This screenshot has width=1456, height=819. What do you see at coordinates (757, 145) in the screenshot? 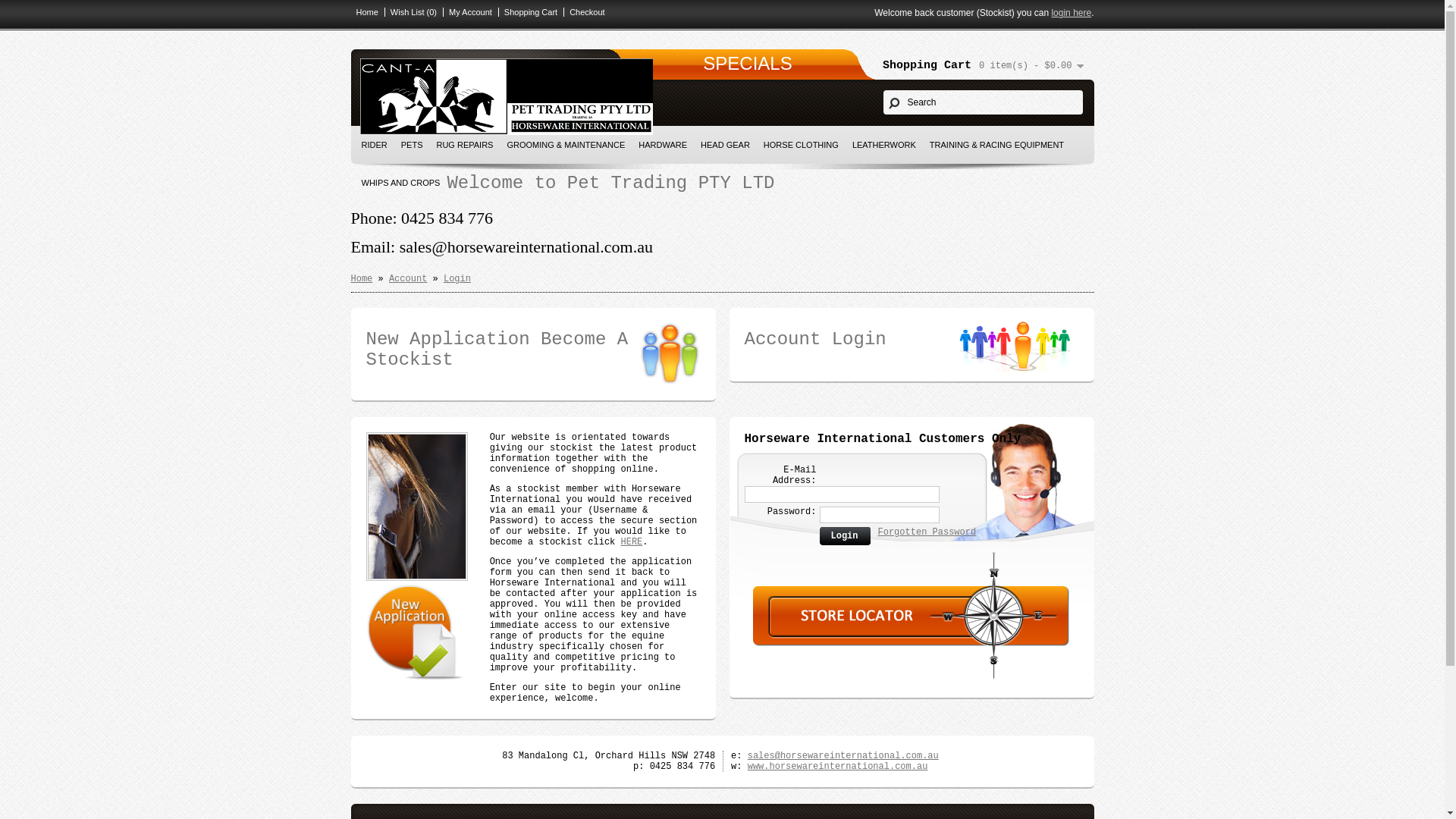
I see `'HORSE CLOTHING'` at bounding box center [757, 145].